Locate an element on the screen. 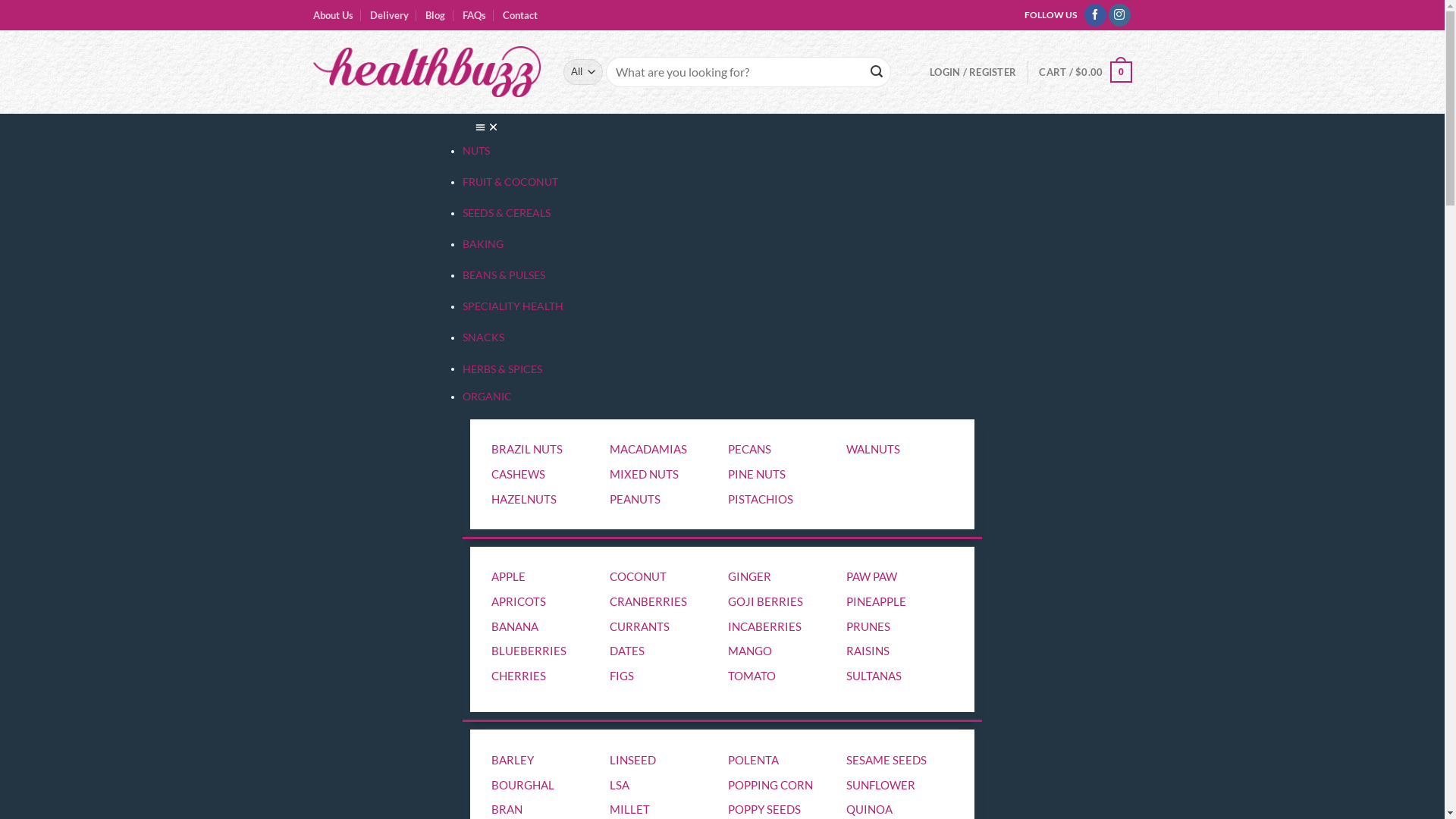 This screenshot has height=819, width=1456. 'Search' is located at coordinates (877, 72).